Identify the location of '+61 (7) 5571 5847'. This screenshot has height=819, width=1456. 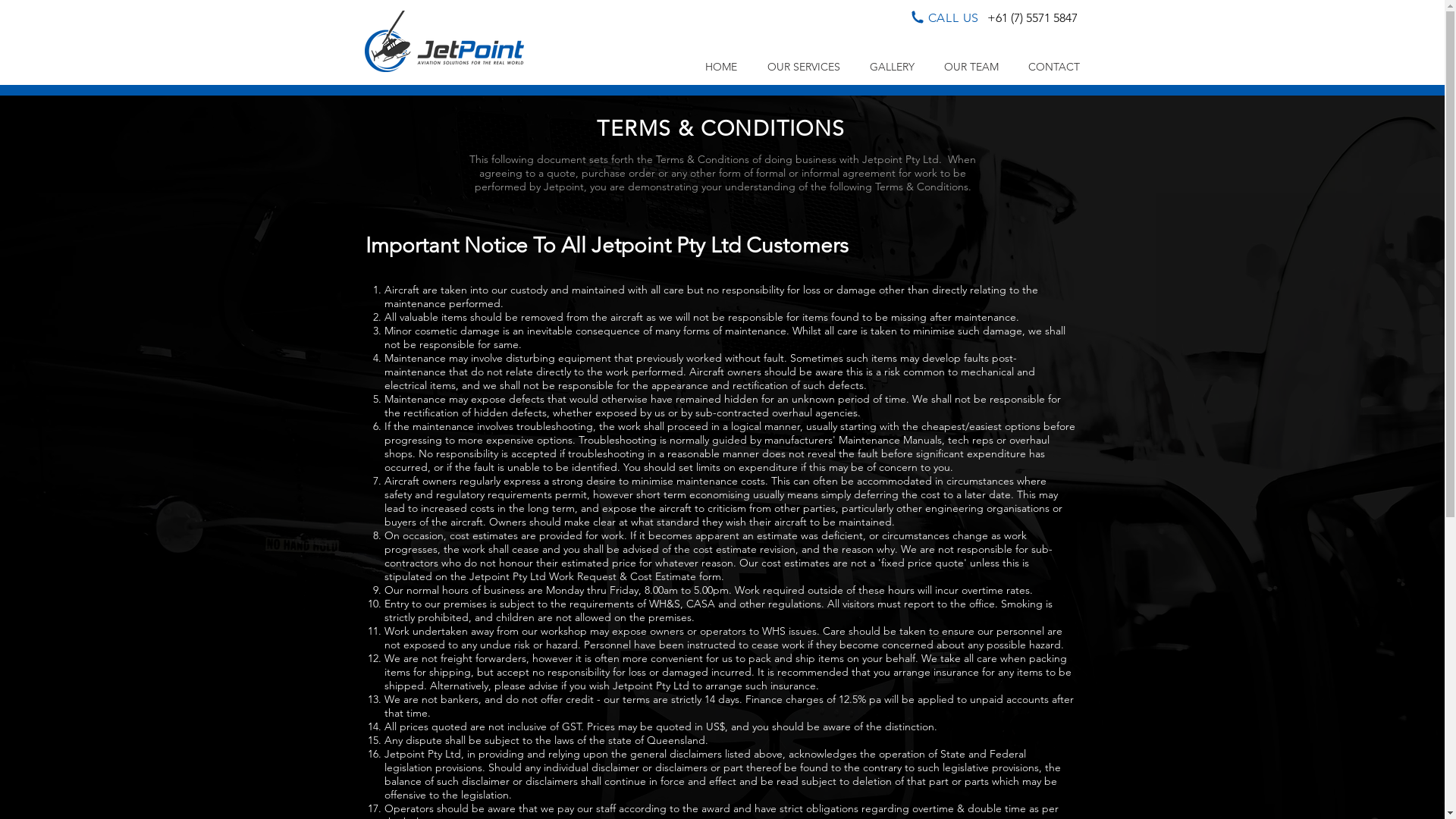
(987, 17).